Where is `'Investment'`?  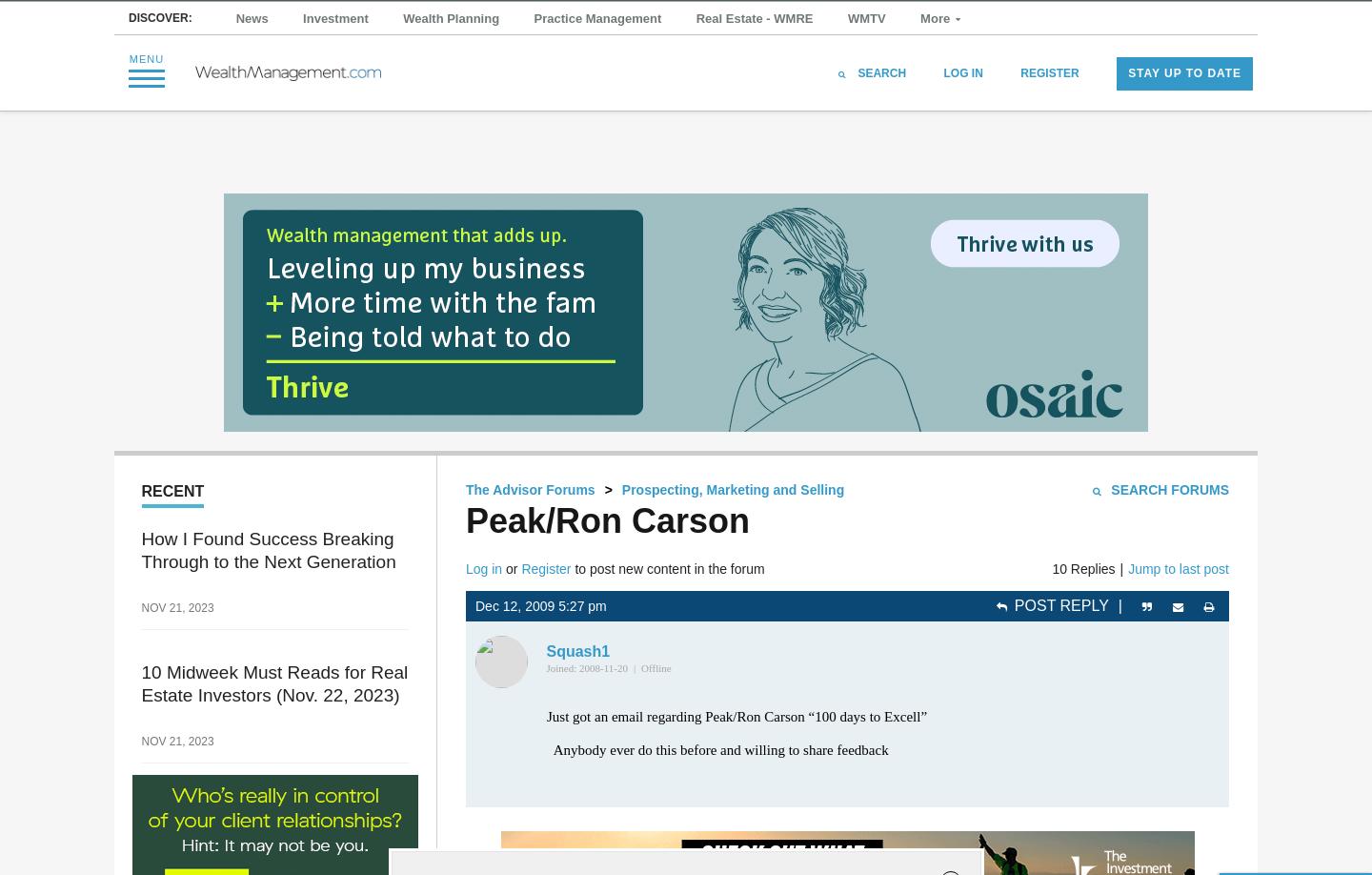 'Investment' is located at coordinates (334, 51).